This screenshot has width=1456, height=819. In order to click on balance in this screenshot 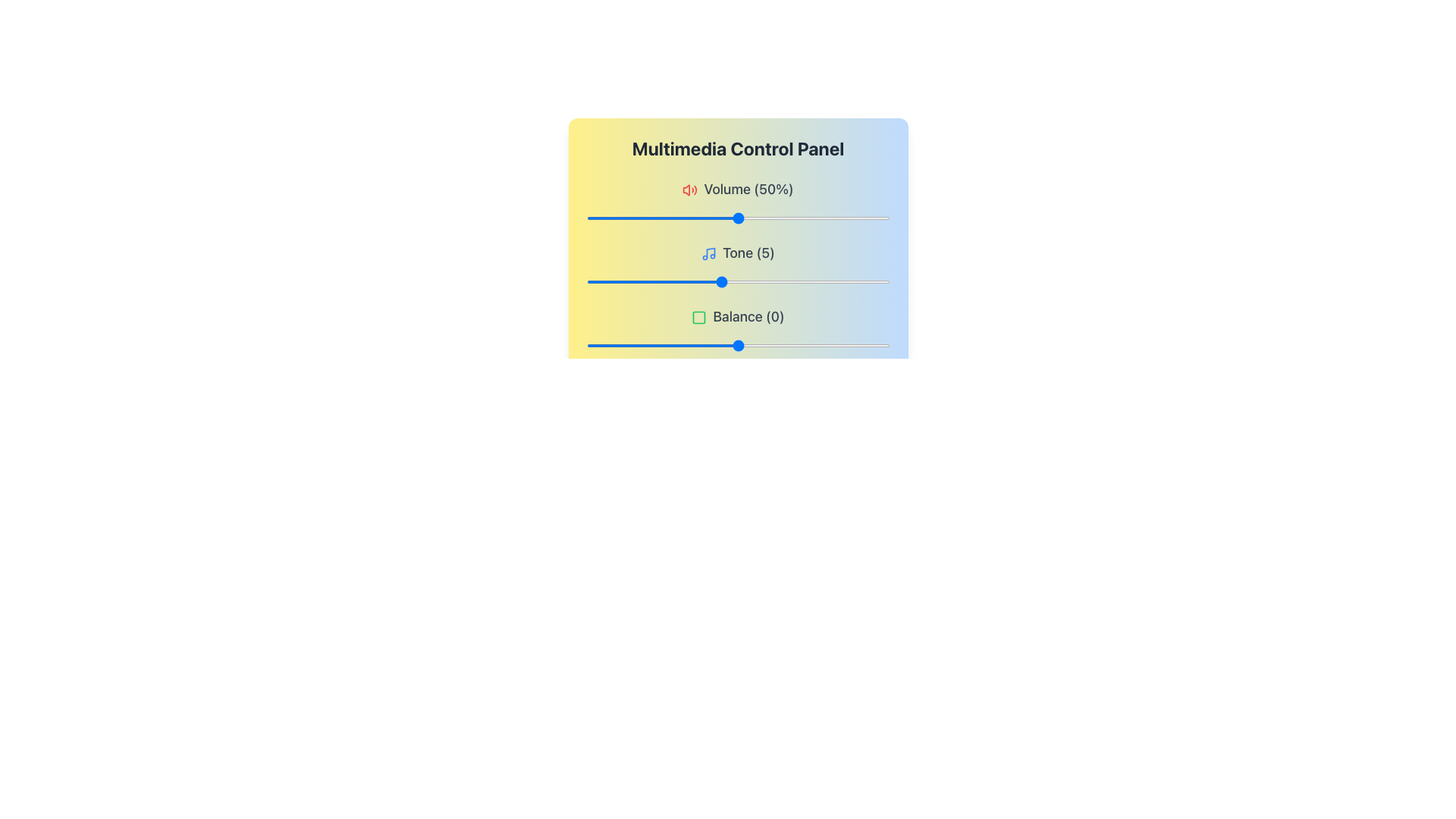, I will do `click(859, 345)`.